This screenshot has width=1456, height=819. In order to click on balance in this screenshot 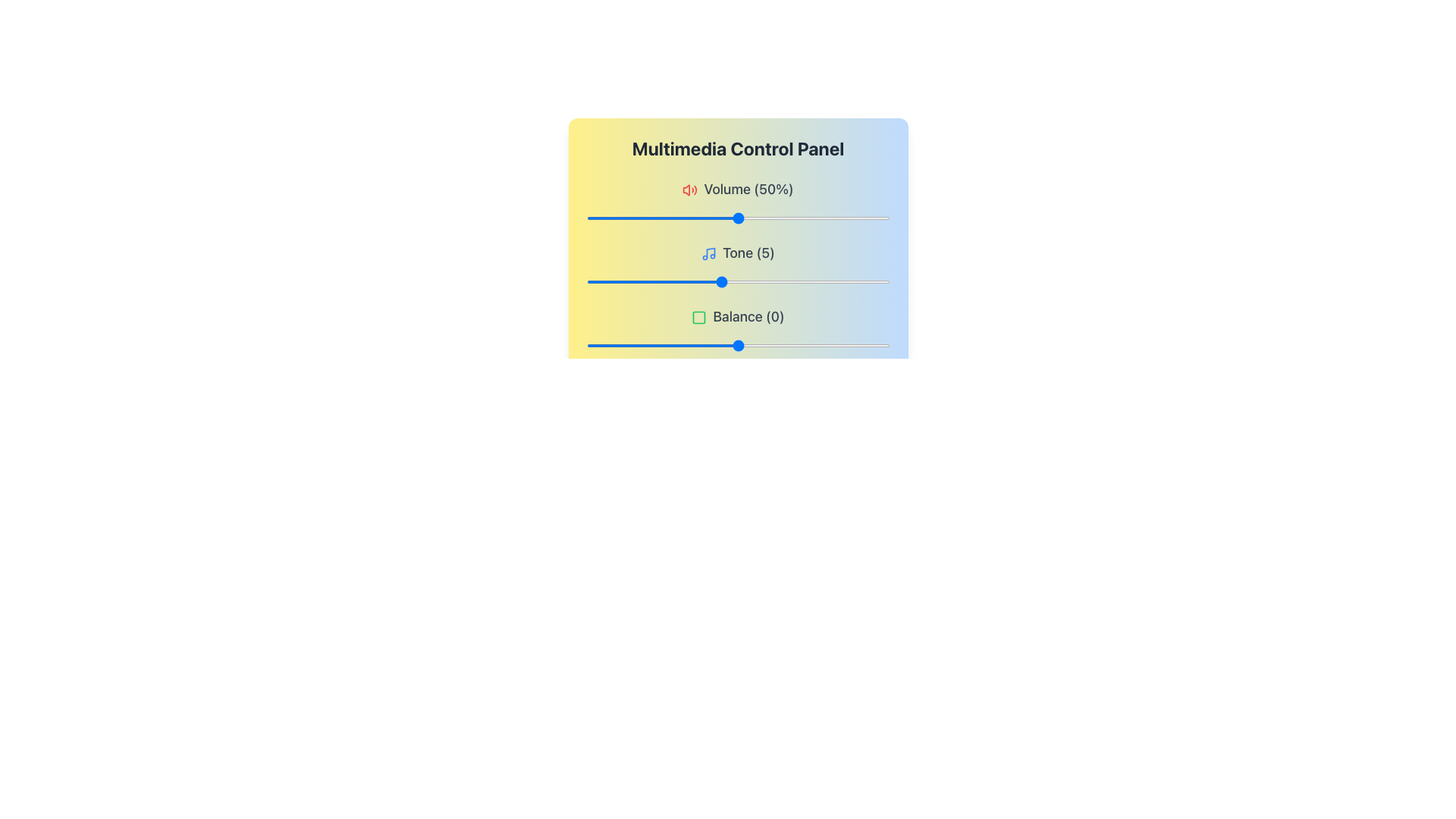, I will do `click(859, 345)`.